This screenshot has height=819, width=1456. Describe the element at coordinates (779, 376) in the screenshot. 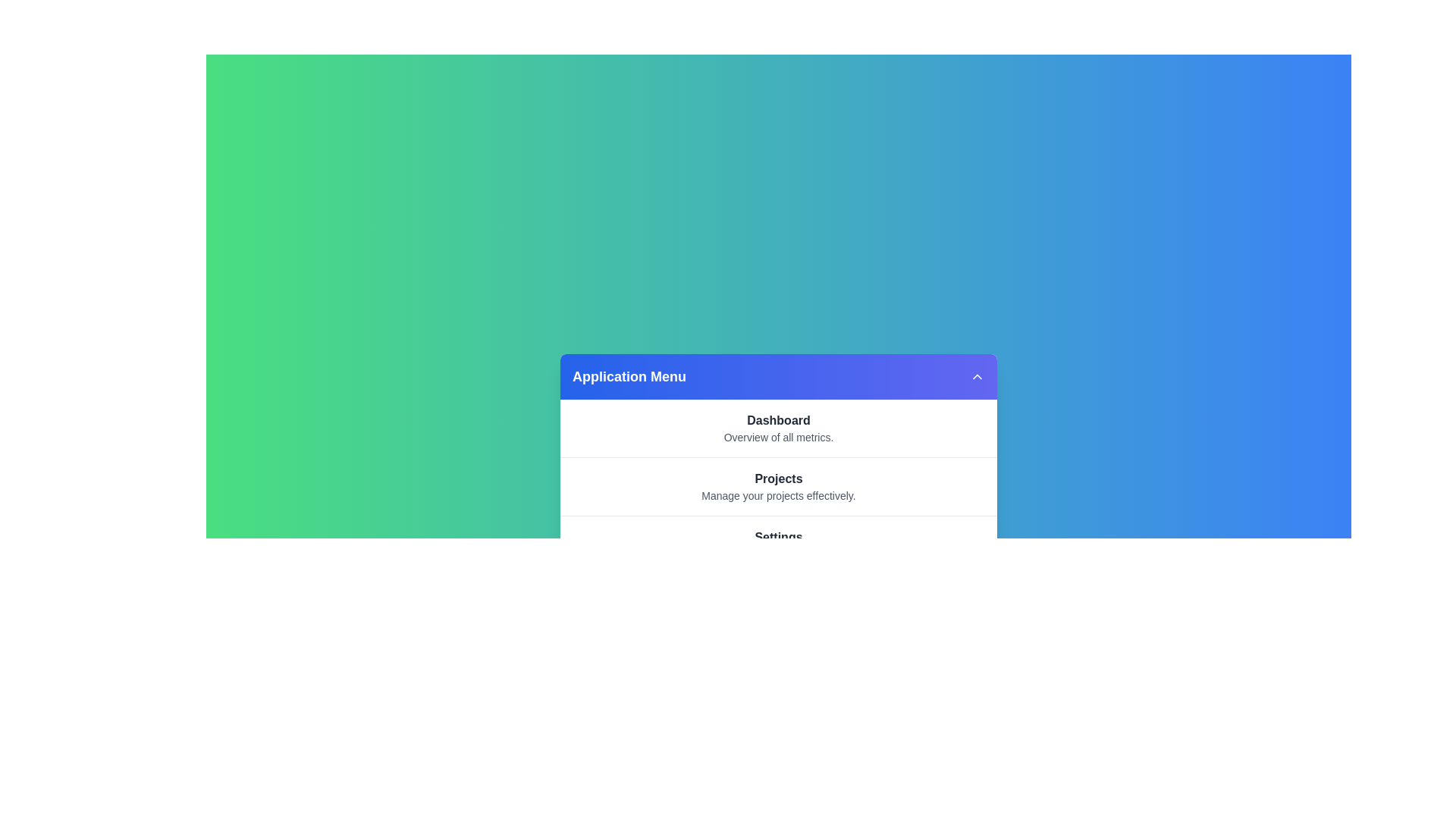

I see `the header area of the menu to toggle its content visibility` at that location.